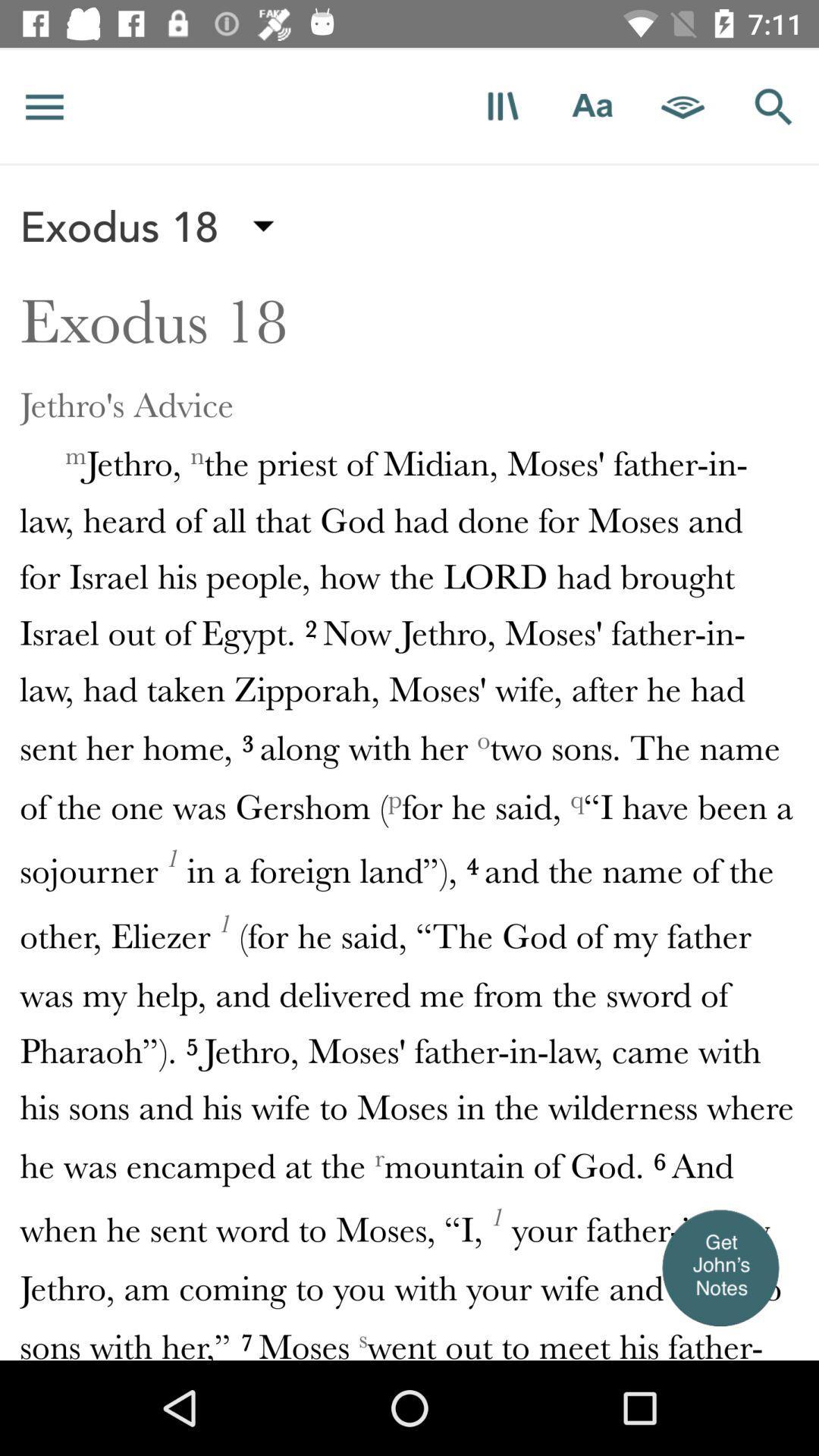 The image size is (819, 1456). I want to click on show user notes, so click(719, 1267).